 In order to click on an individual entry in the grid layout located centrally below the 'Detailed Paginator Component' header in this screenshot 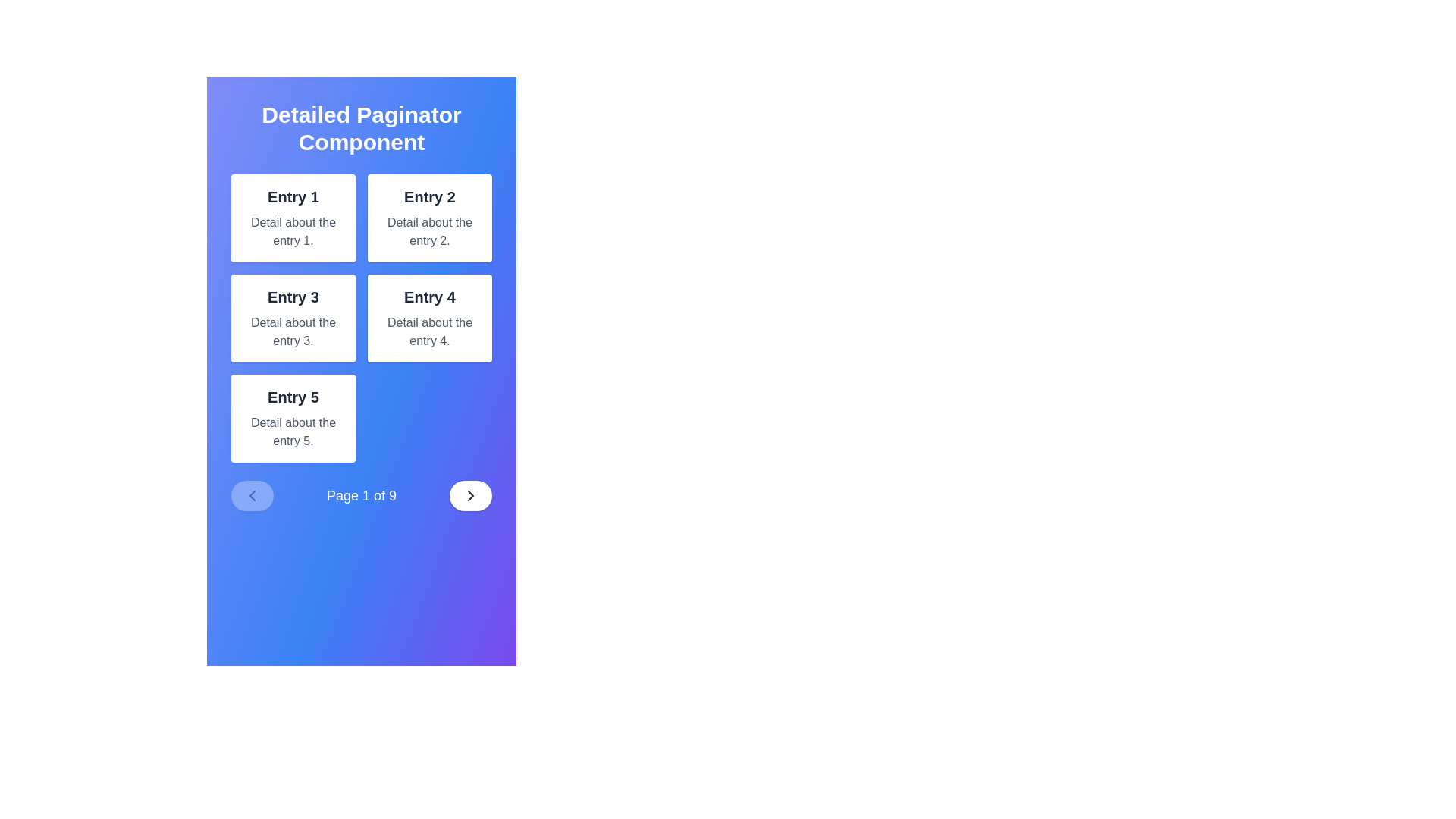, I will do `click(360, 318)`.